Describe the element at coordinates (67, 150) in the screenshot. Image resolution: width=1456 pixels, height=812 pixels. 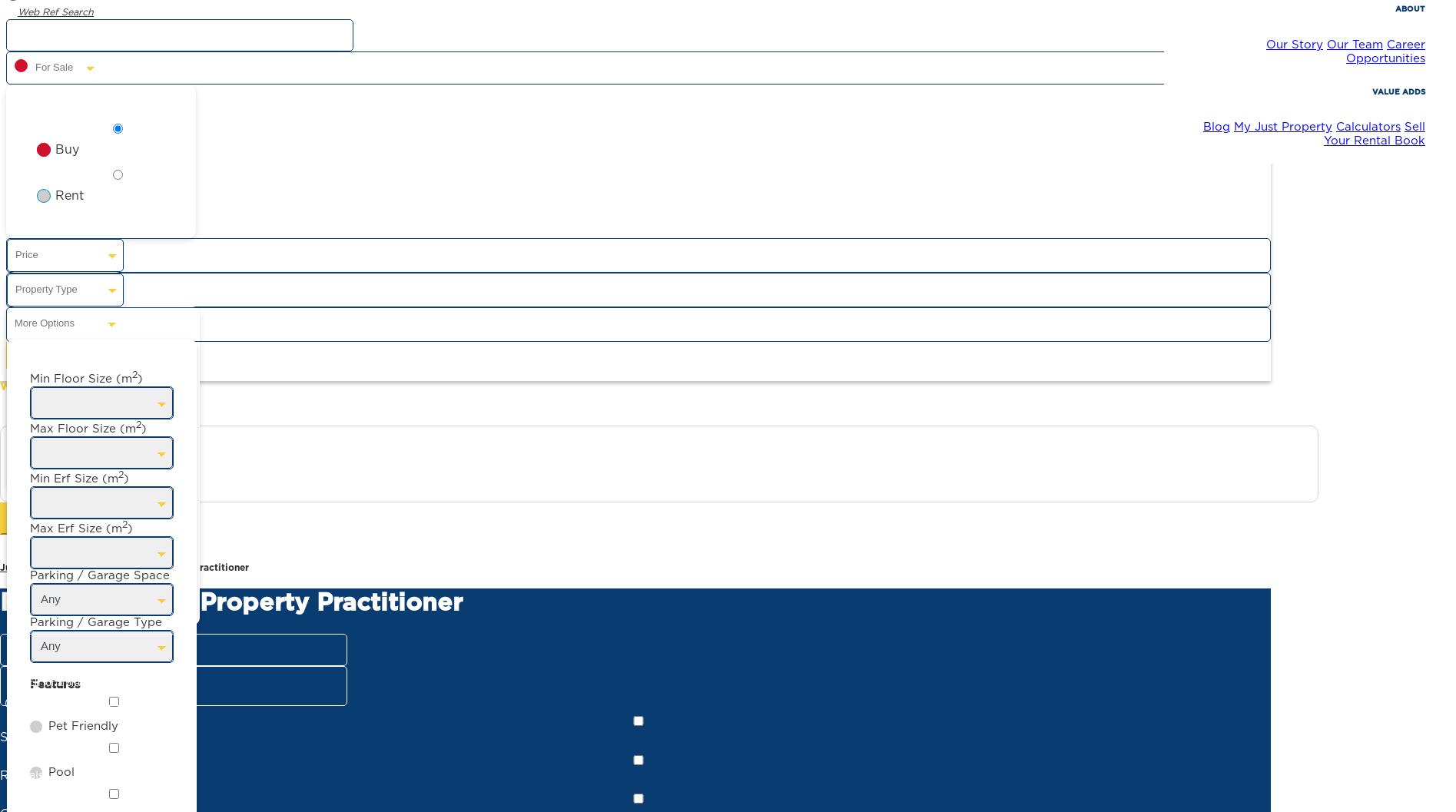
I see `'Buy'` at that location.